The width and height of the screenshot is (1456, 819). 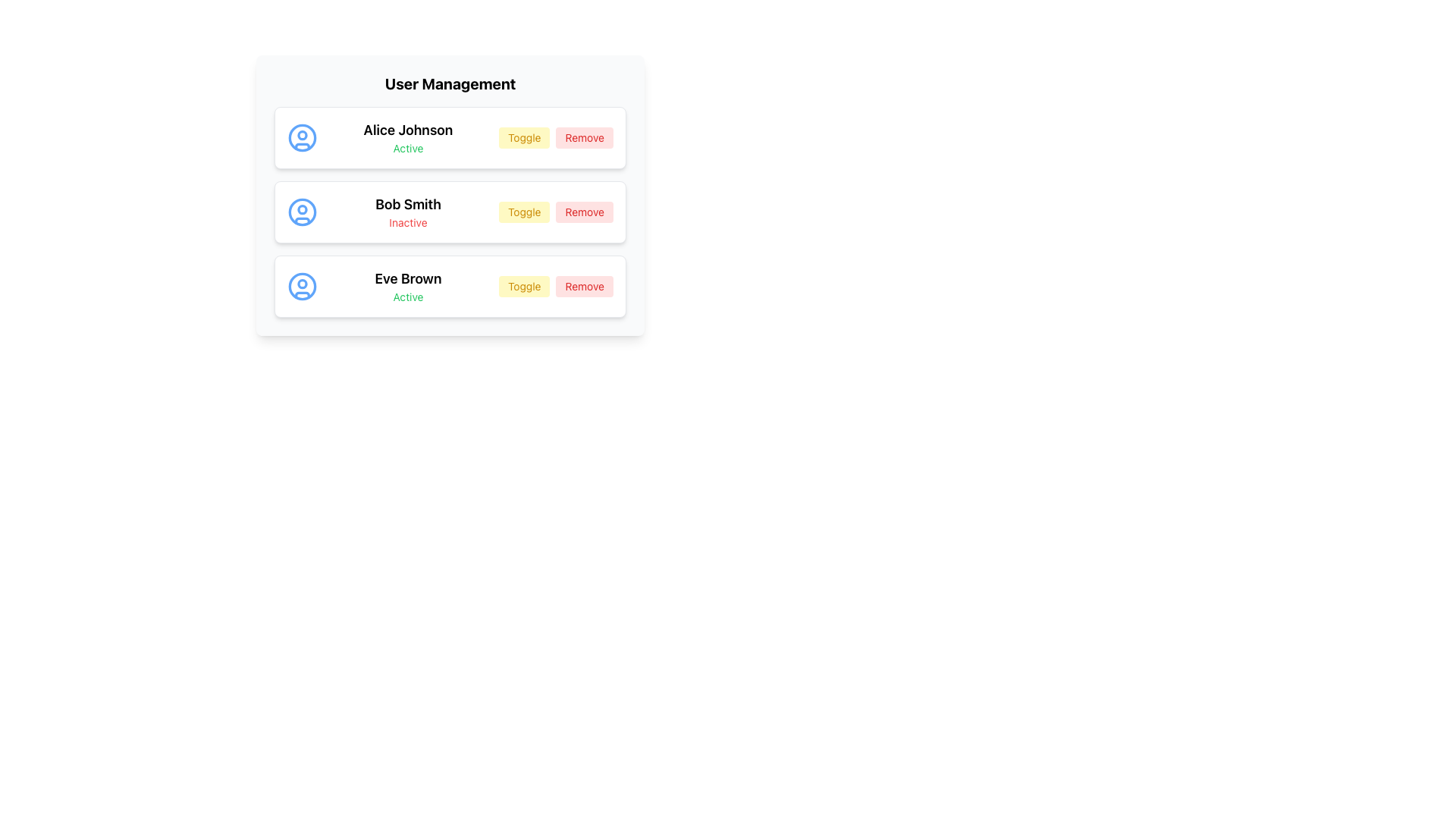 What do you see at coordinates (450, 84) in the screenshot?
I see `text from the Text Label at the top of the user management section, which indicates the purpose of the panel` at bounding box center [450, 84].